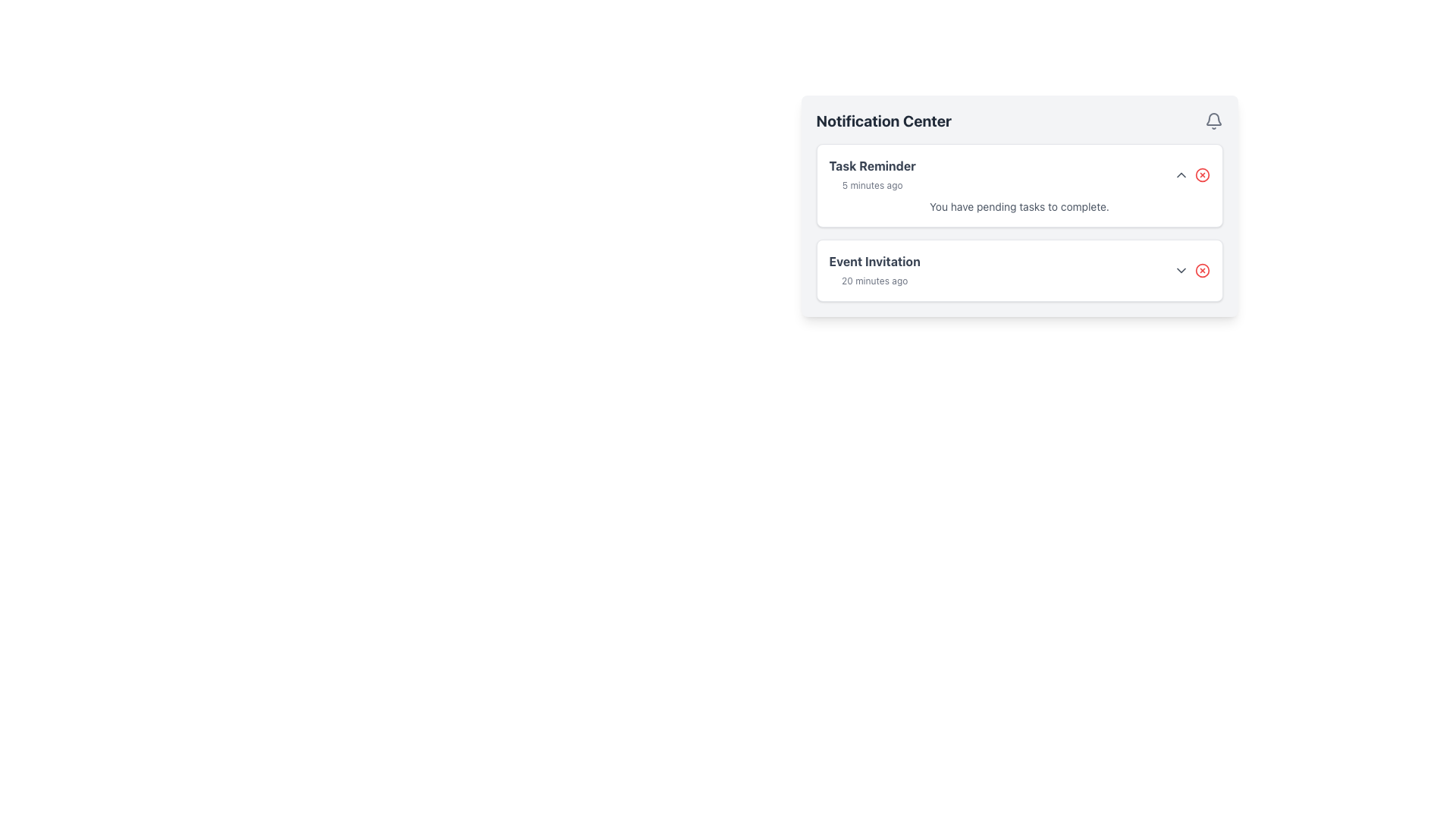  Describe the element at coordinates (874, 260) in the screenshot. I see `text from the title label of the second notification block in the Notification Center, located below the 'Task Reminder' notification` at that location.